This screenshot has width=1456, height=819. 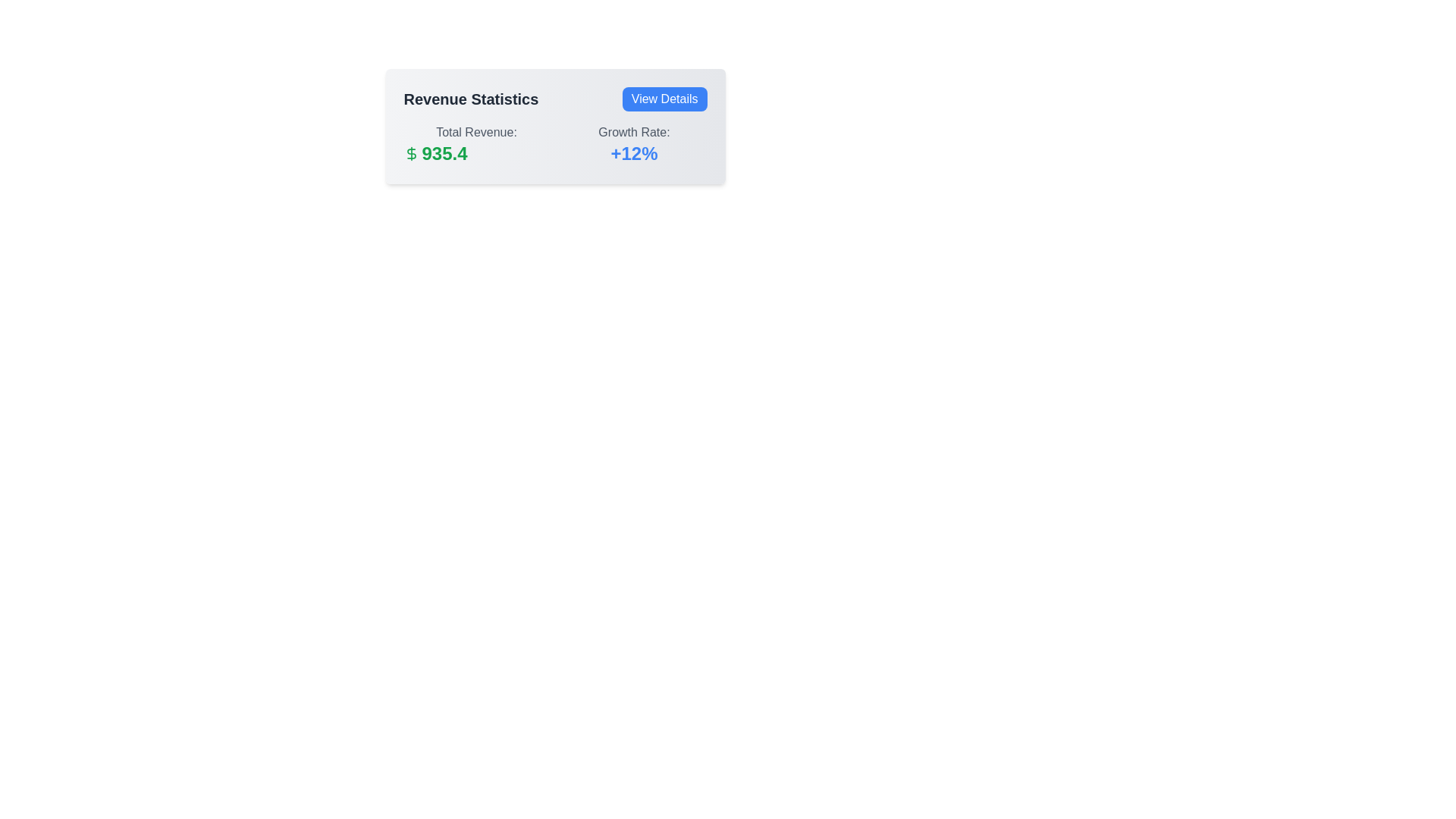 I want to click on the text-based informational component displaying the growth rate percentage, located in the right section of the panel underneath 'Revenue Statistics', so click(x=634, y=145).